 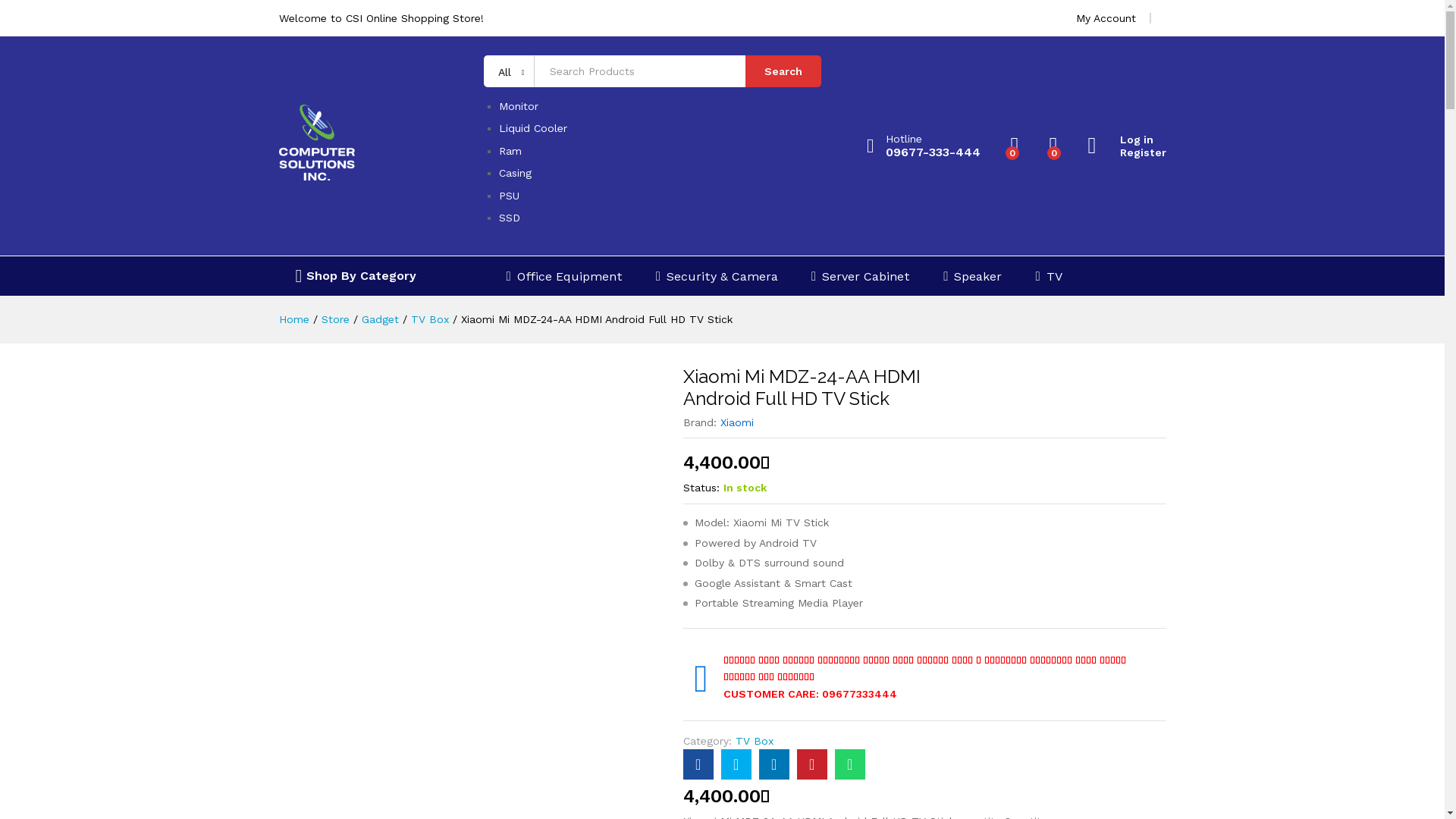 I want to click on 'Ram', so click(x=510, y=151).